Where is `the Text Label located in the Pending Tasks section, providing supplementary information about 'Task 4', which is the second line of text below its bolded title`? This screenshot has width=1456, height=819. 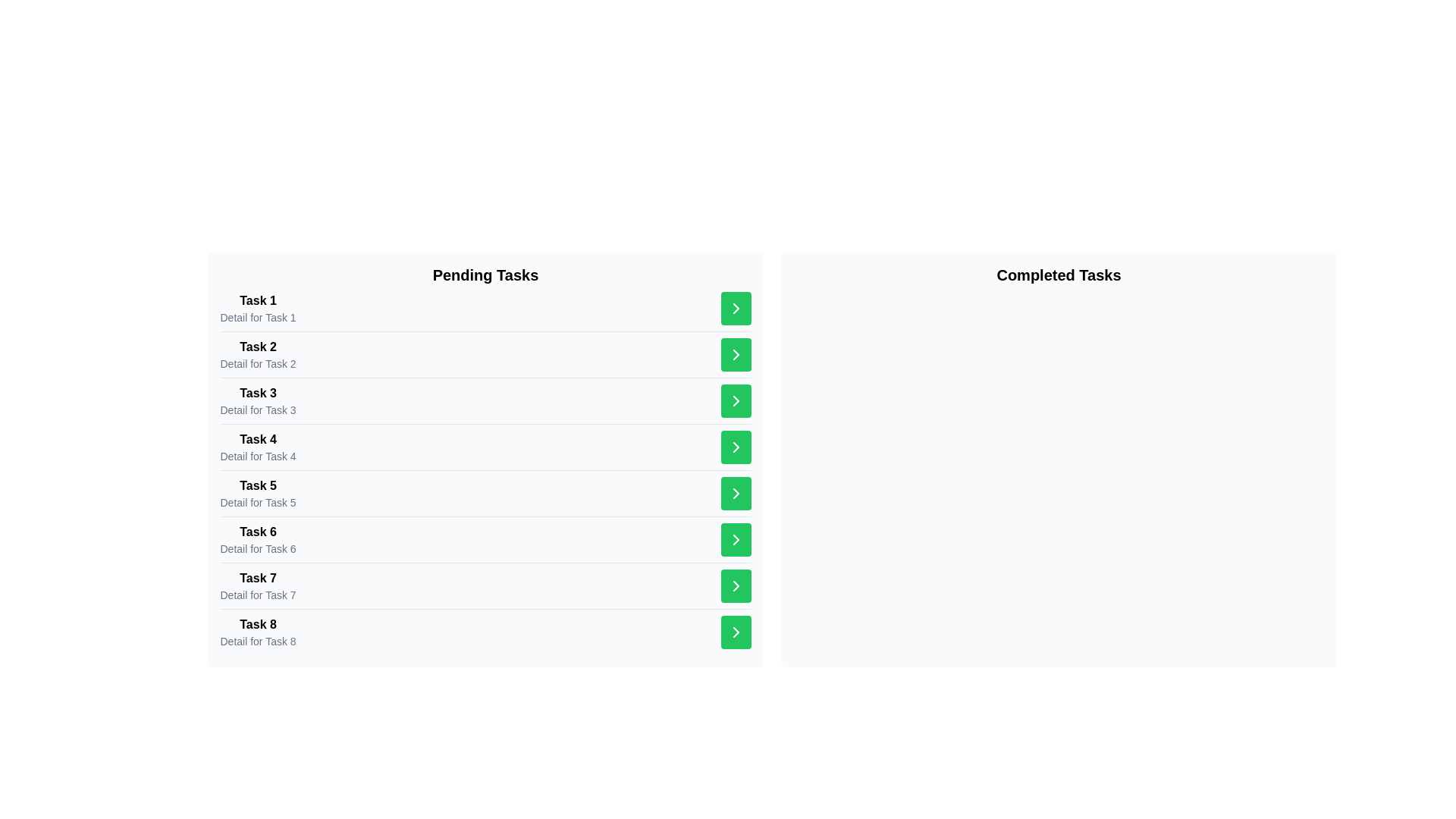
the Text Label located in the Pending Tasks section, providing supplementary information about 'Task 4', which is the second line of text below its bolded title is located at coordinates (258, 455).